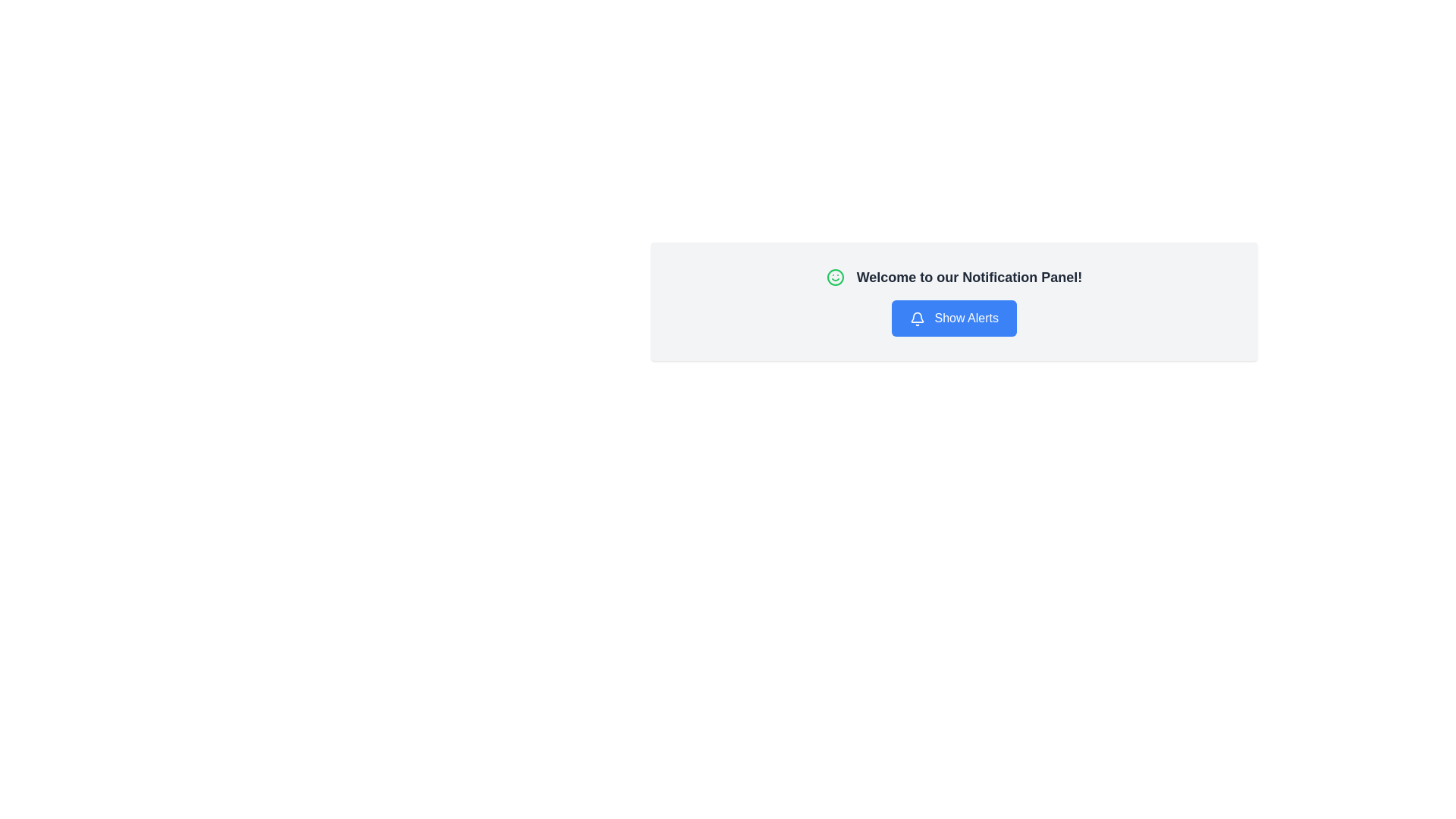 This screenshot has height=819, width=1456. Describe the element at coordinates (953, 301) in the screenshot. I see `the action button of the notification UI component` at that location.